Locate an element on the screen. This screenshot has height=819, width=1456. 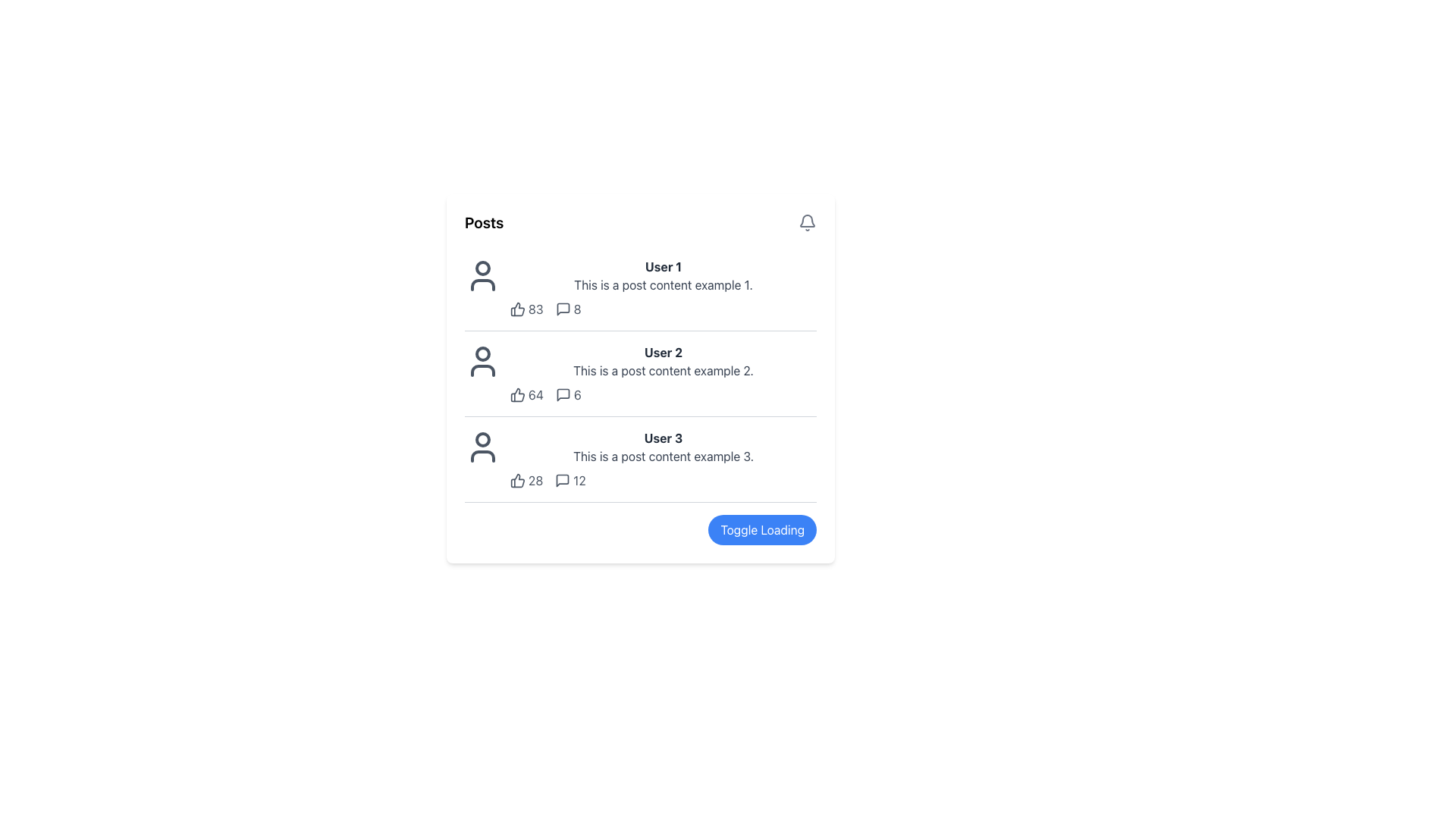
the like icon associated with the second post, positioned to the left of the number '64' is located at coordinates (517, 394).